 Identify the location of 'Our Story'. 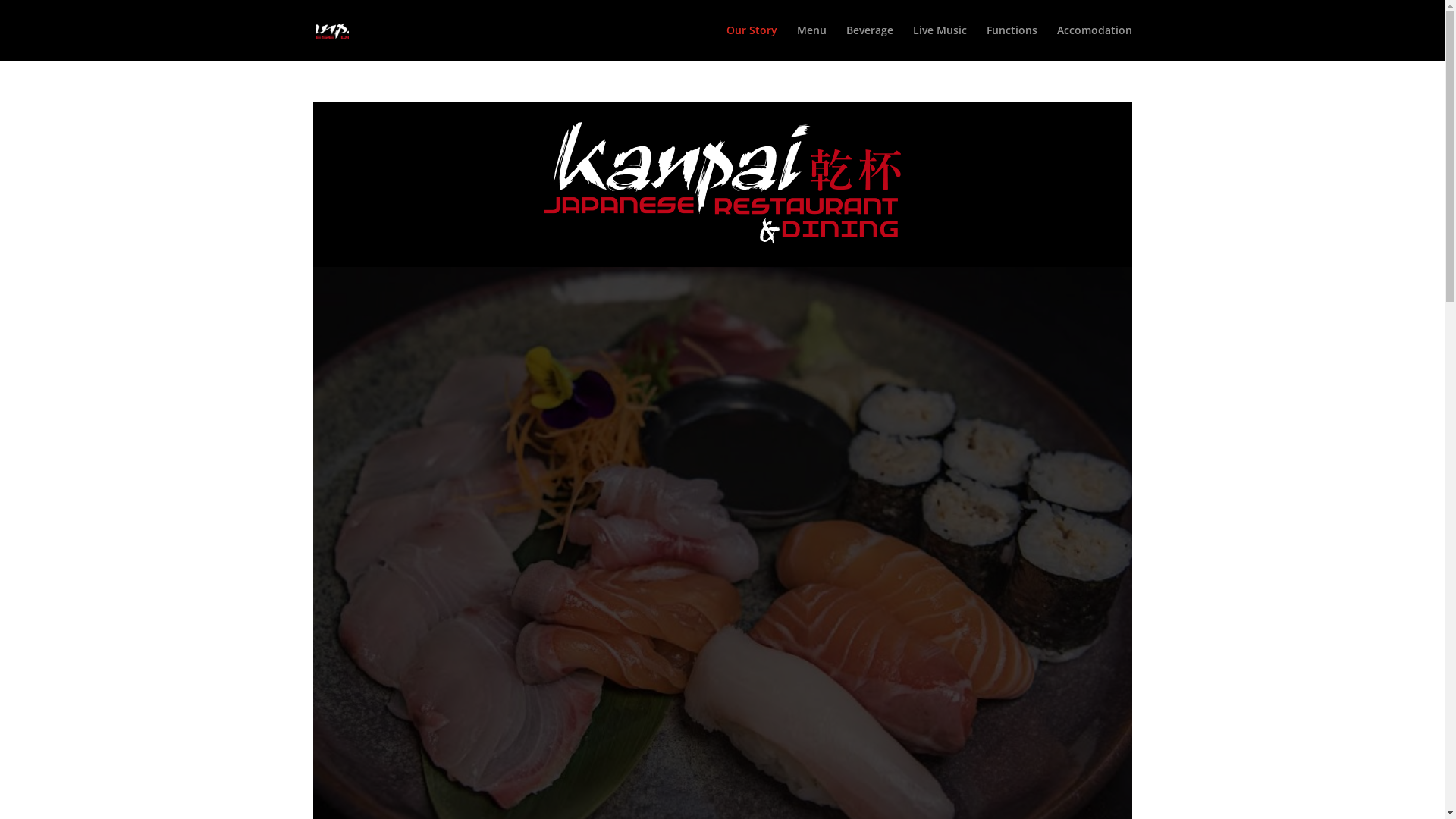
(726, 42).